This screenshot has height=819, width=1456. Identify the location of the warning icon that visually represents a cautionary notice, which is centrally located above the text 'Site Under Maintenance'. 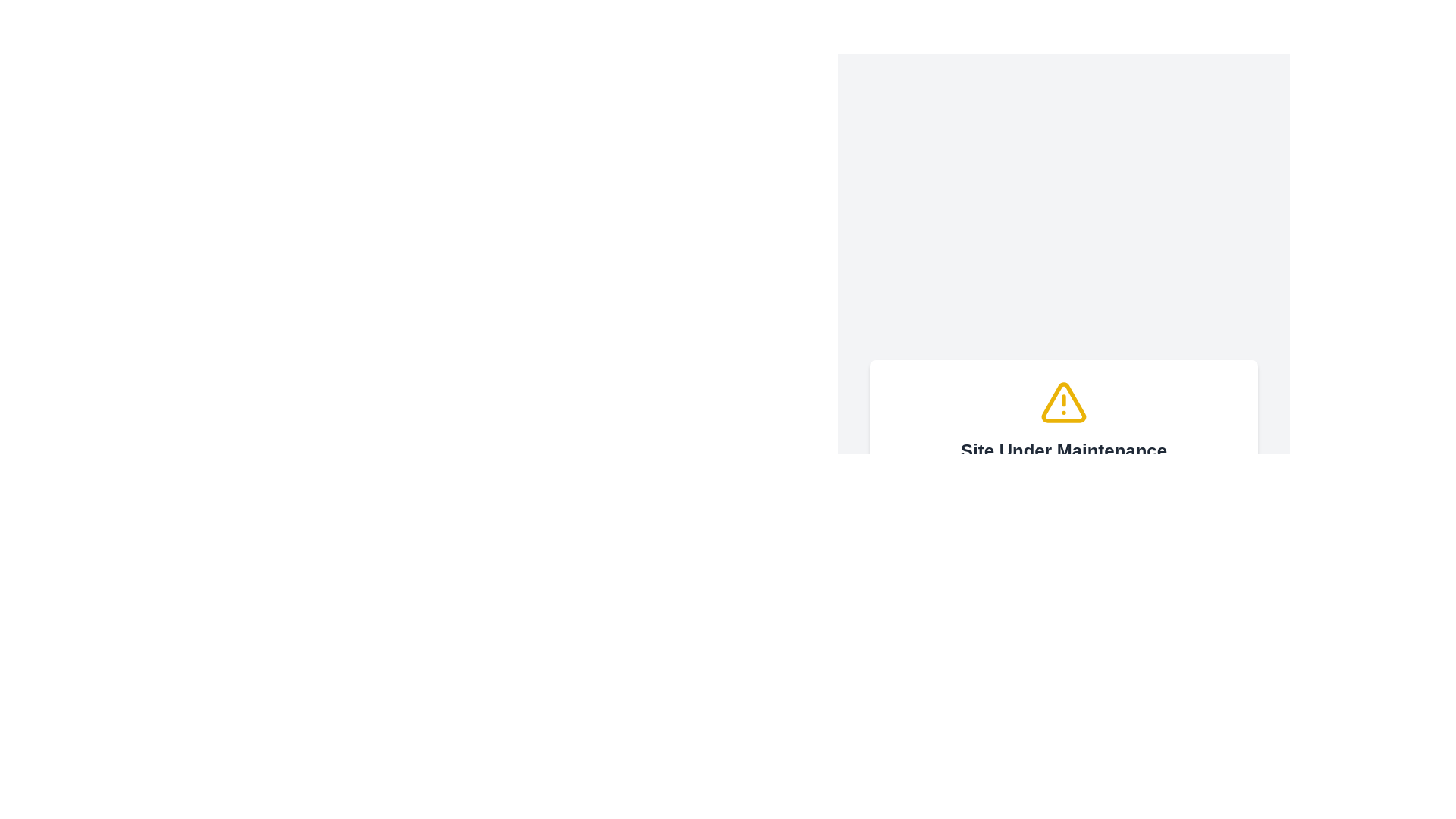
(1062, 402).